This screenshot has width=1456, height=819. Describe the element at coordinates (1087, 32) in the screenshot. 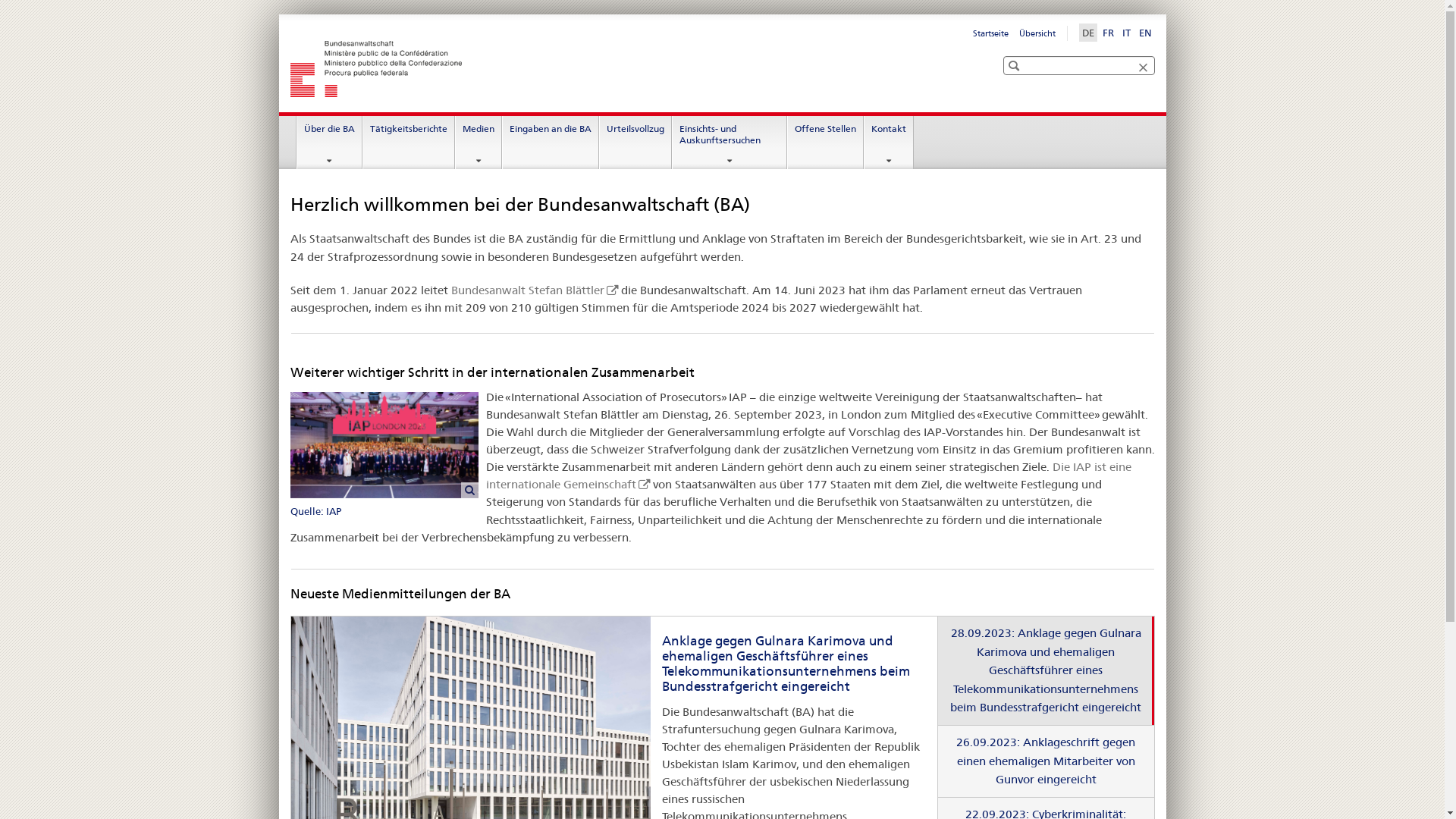

I see `'DE'` at that location.